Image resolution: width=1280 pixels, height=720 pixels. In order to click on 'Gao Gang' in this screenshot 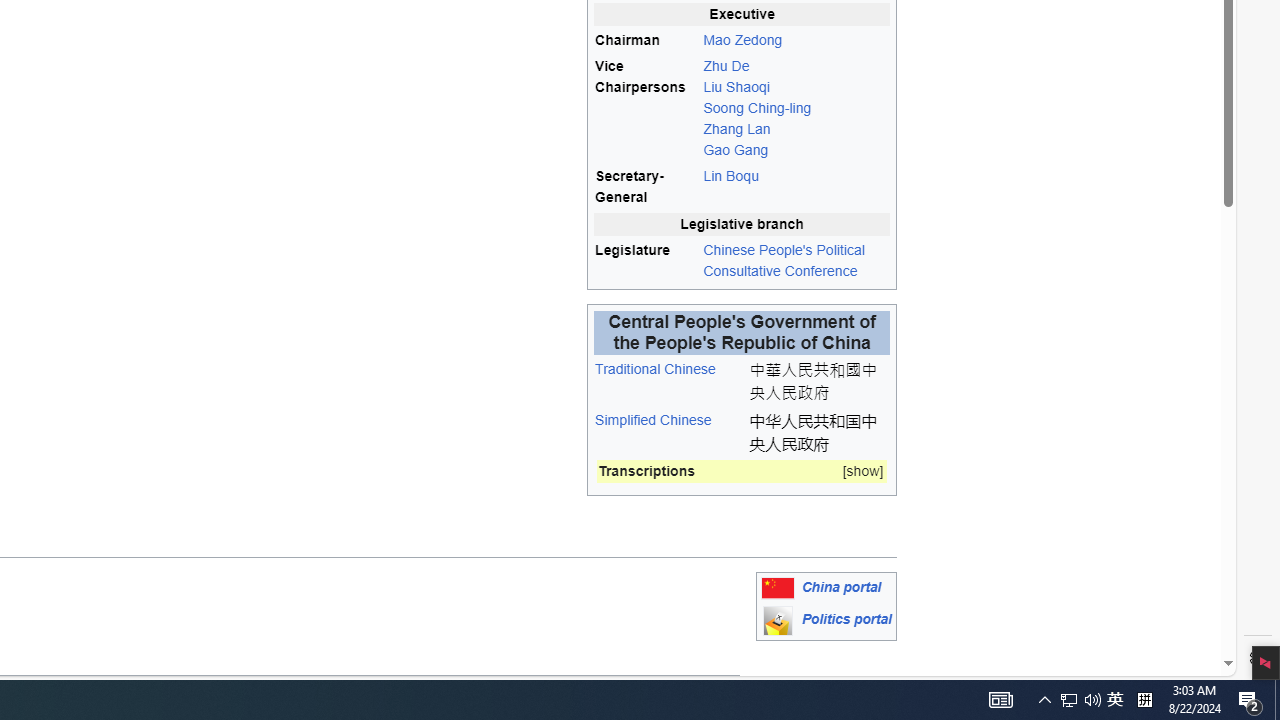, I will do `click(735, 149)`.